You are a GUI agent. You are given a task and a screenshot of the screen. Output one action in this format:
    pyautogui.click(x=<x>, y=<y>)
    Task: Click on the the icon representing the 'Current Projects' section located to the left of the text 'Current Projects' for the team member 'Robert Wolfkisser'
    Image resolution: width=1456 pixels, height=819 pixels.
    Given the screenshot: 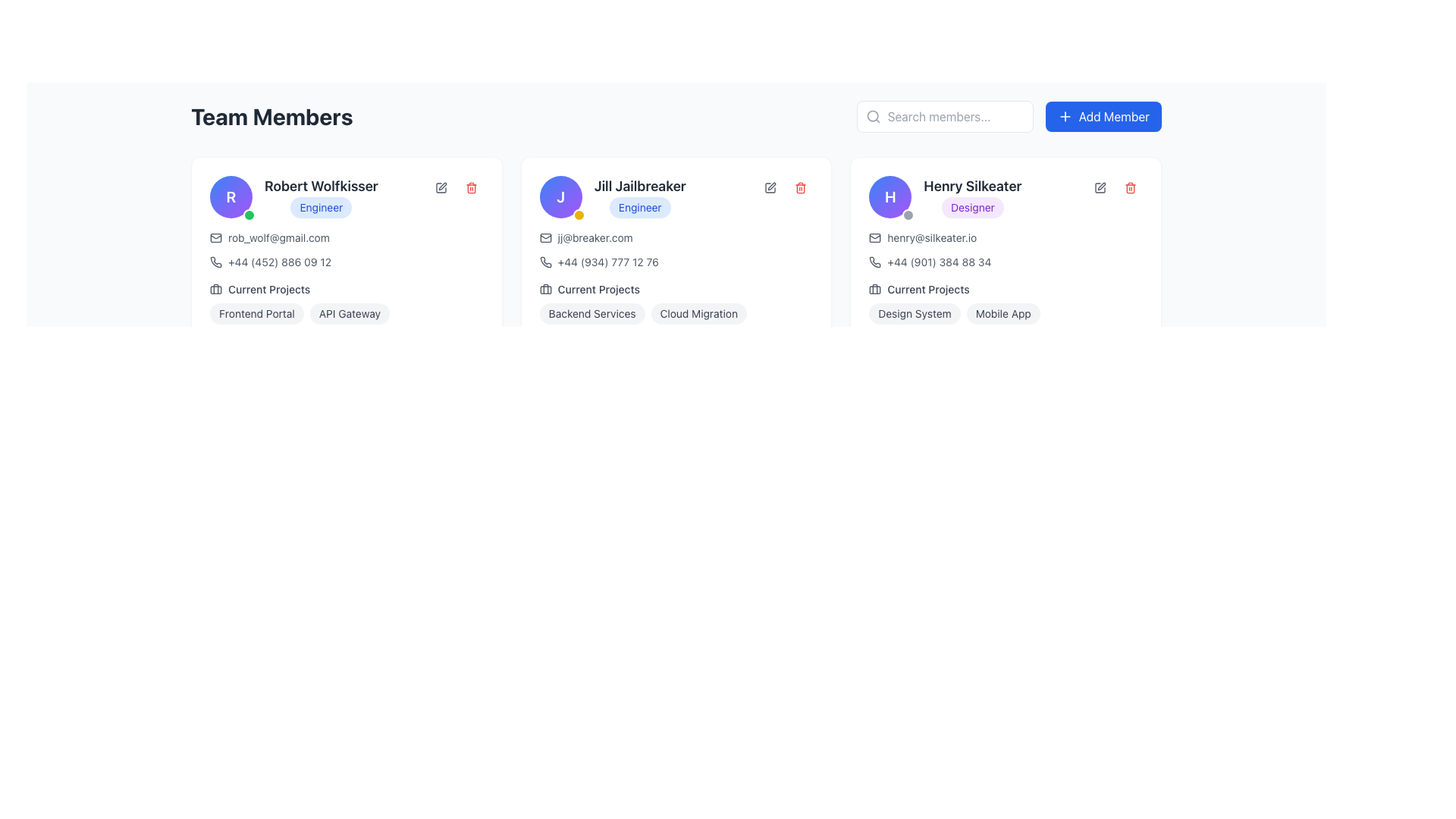 What is the action you would take?
    pyautogui.click(x=215, y=289)
    